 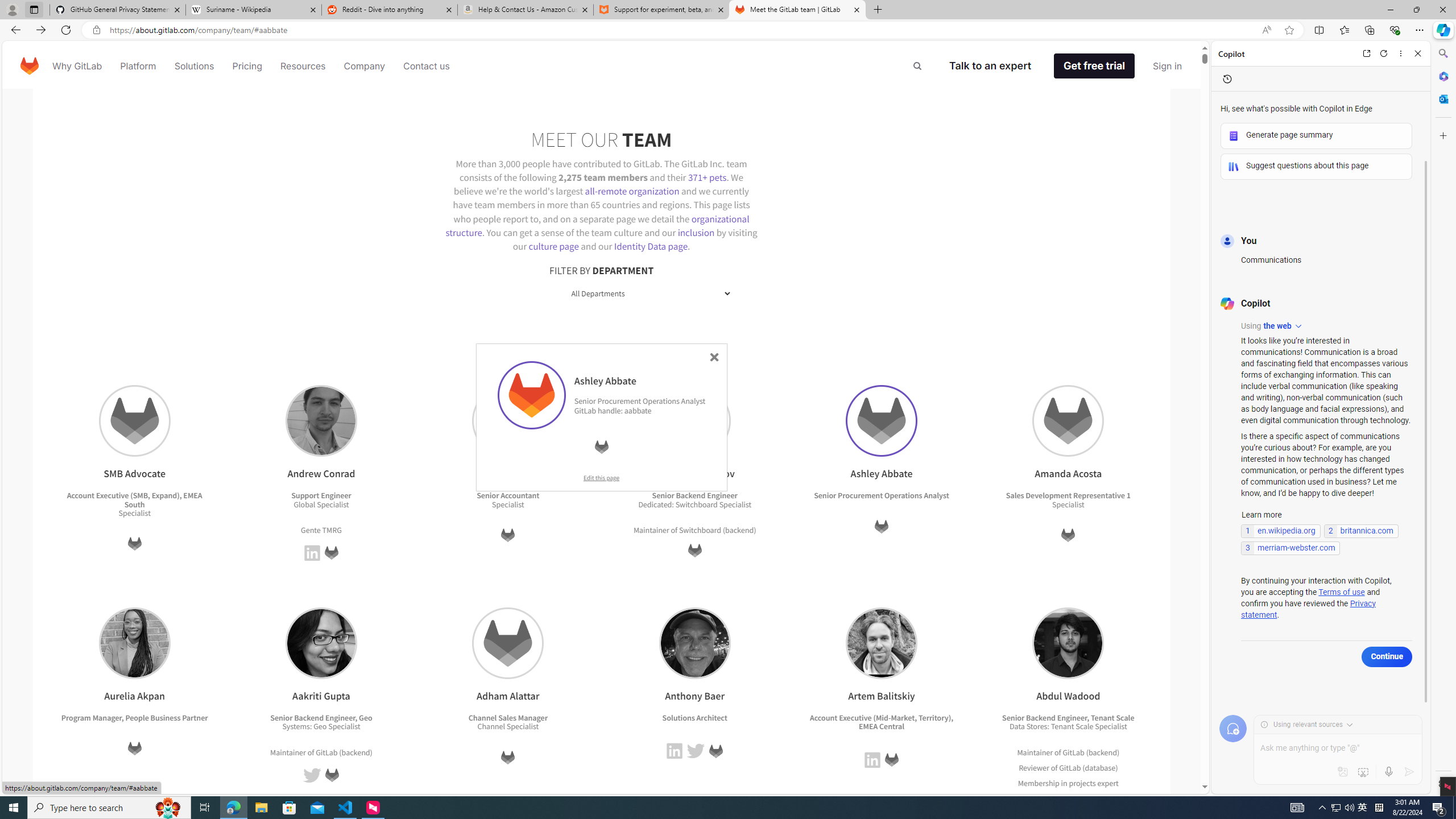 I want to click on 'Andrey Ruzmanov', so click(x=695, y=420).